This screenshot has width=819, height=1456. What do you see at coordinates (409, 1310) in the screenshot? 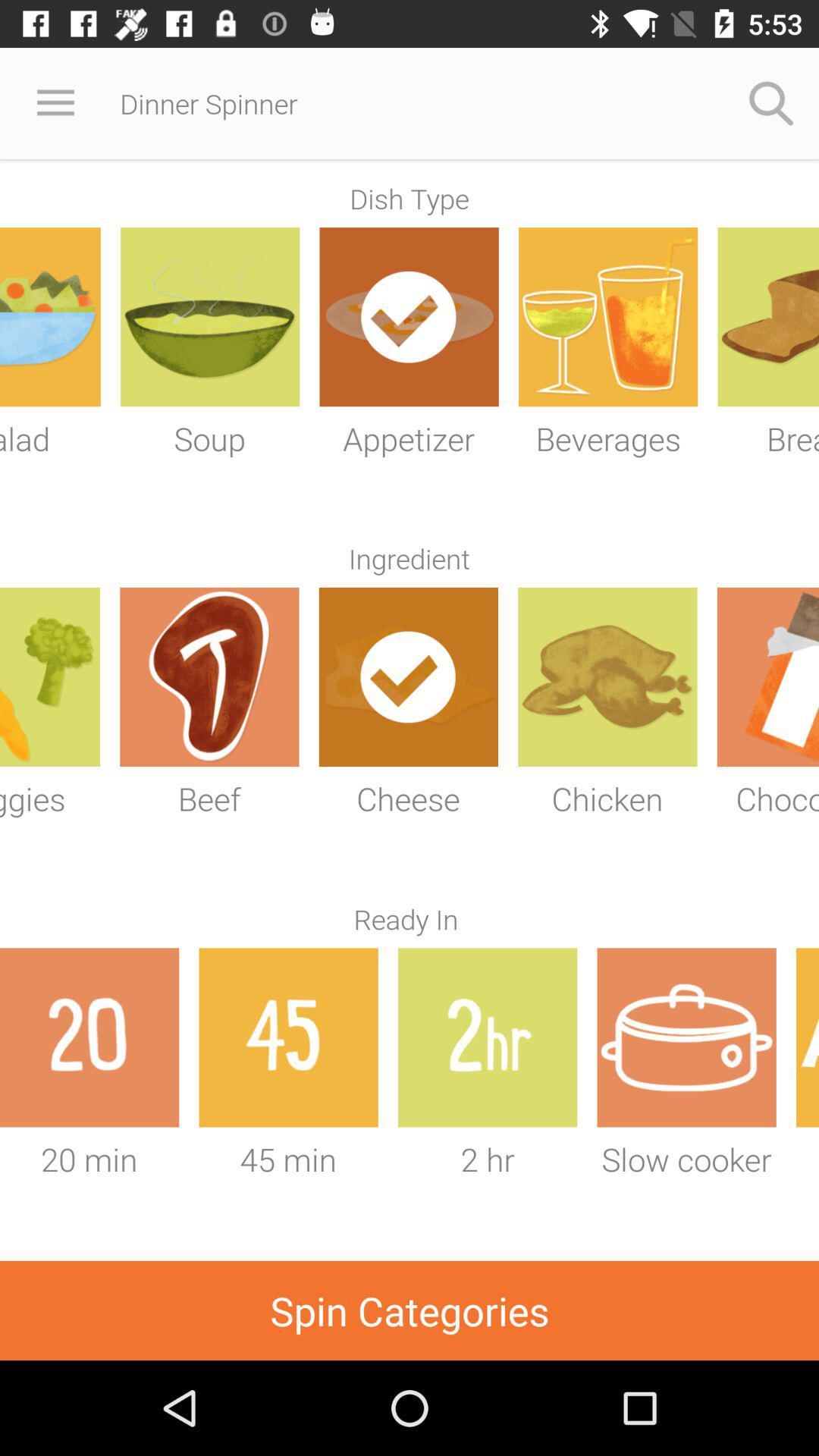
I see `item below the 20 min icon` at bounding box center [409, 1310].